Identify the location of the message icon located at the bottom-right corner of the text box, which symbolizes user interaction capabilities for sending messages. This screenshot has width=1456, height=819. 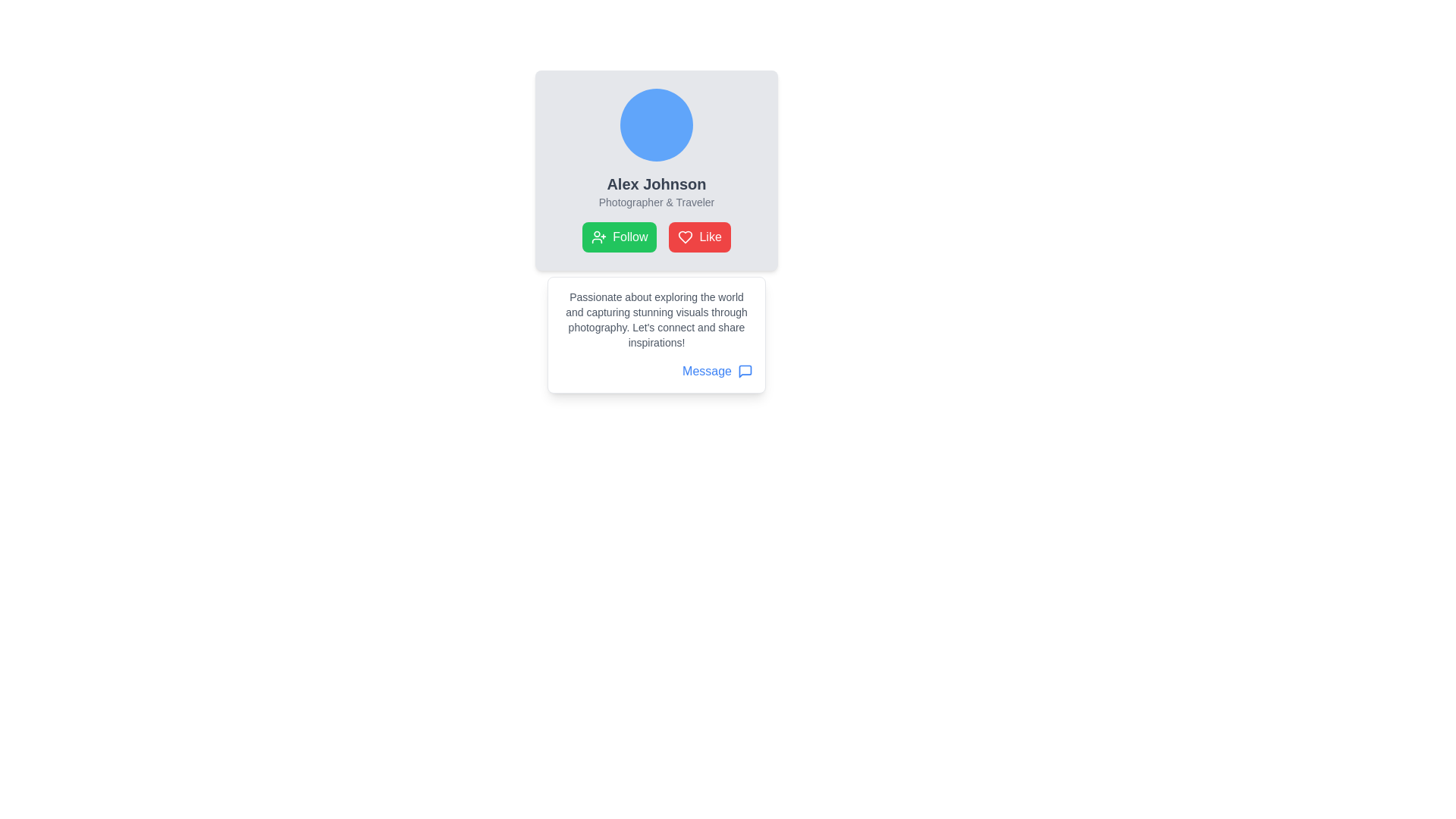
(745, 371).